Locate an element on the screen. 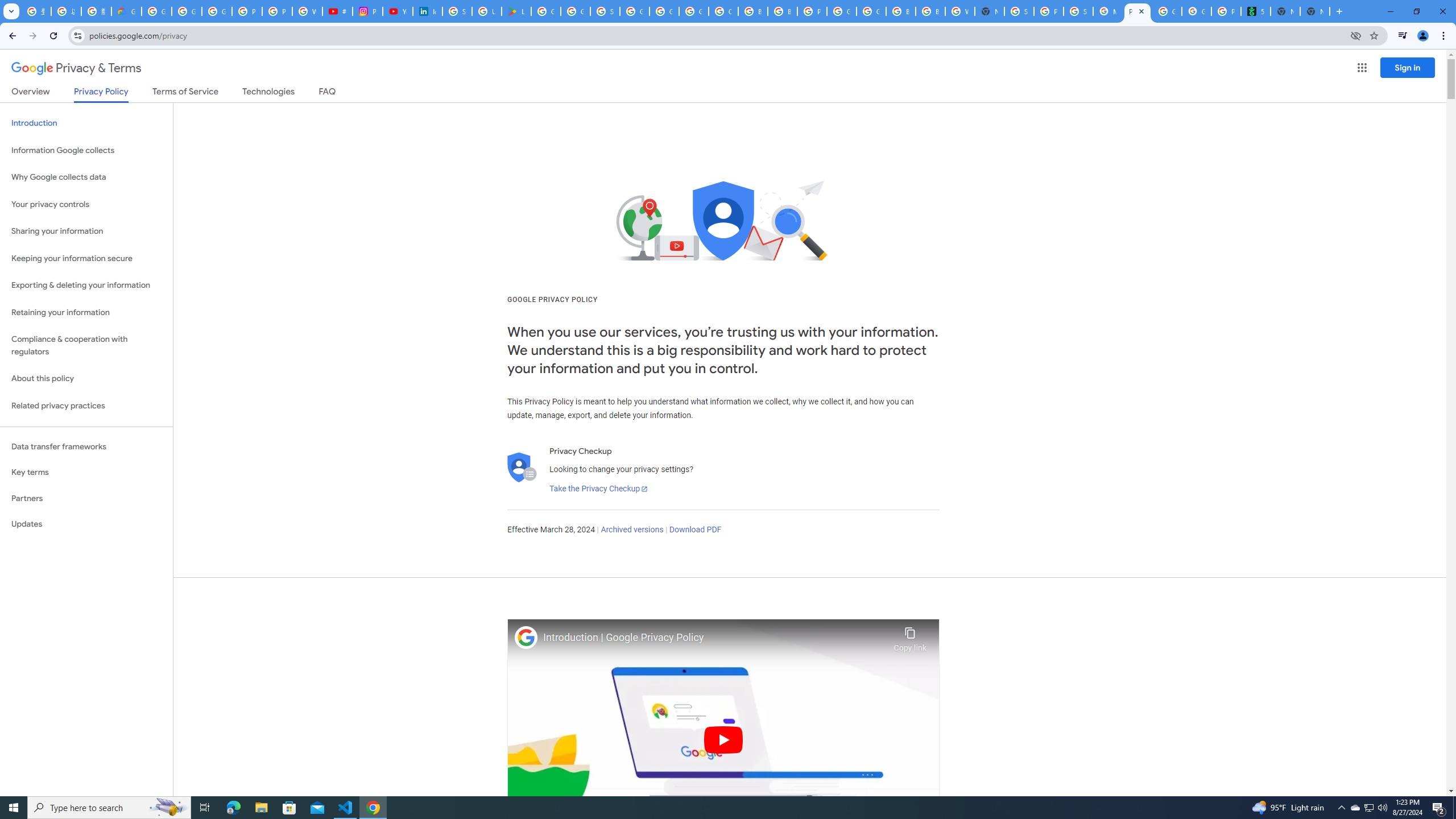 This screenshot has height=819, width=1456. 'Google Cloud Platform' is located at coordinates (841, 11).